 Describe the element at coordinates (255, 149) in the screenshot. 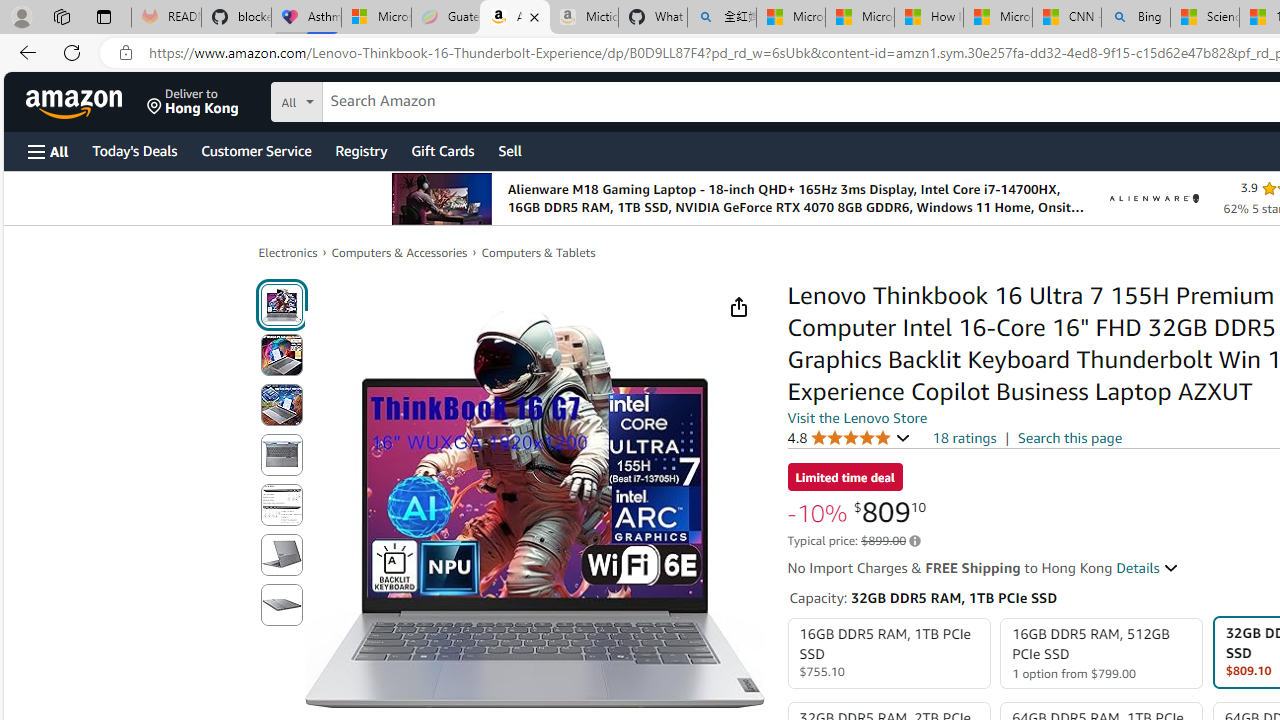

I see `'Customer Service'` at that location.